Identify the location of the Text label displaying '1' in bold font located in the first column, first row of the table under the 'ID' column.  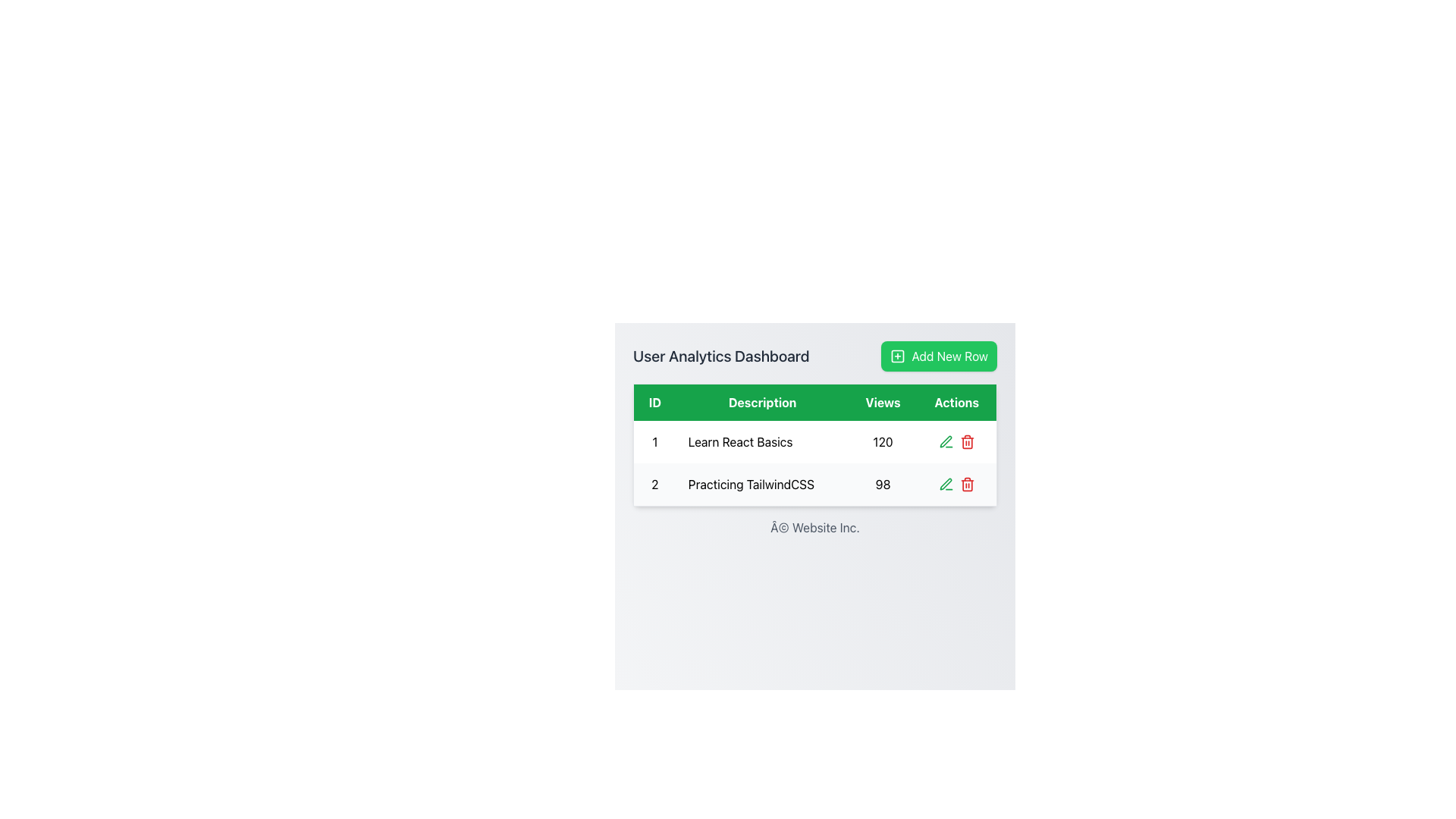
(654, 441).